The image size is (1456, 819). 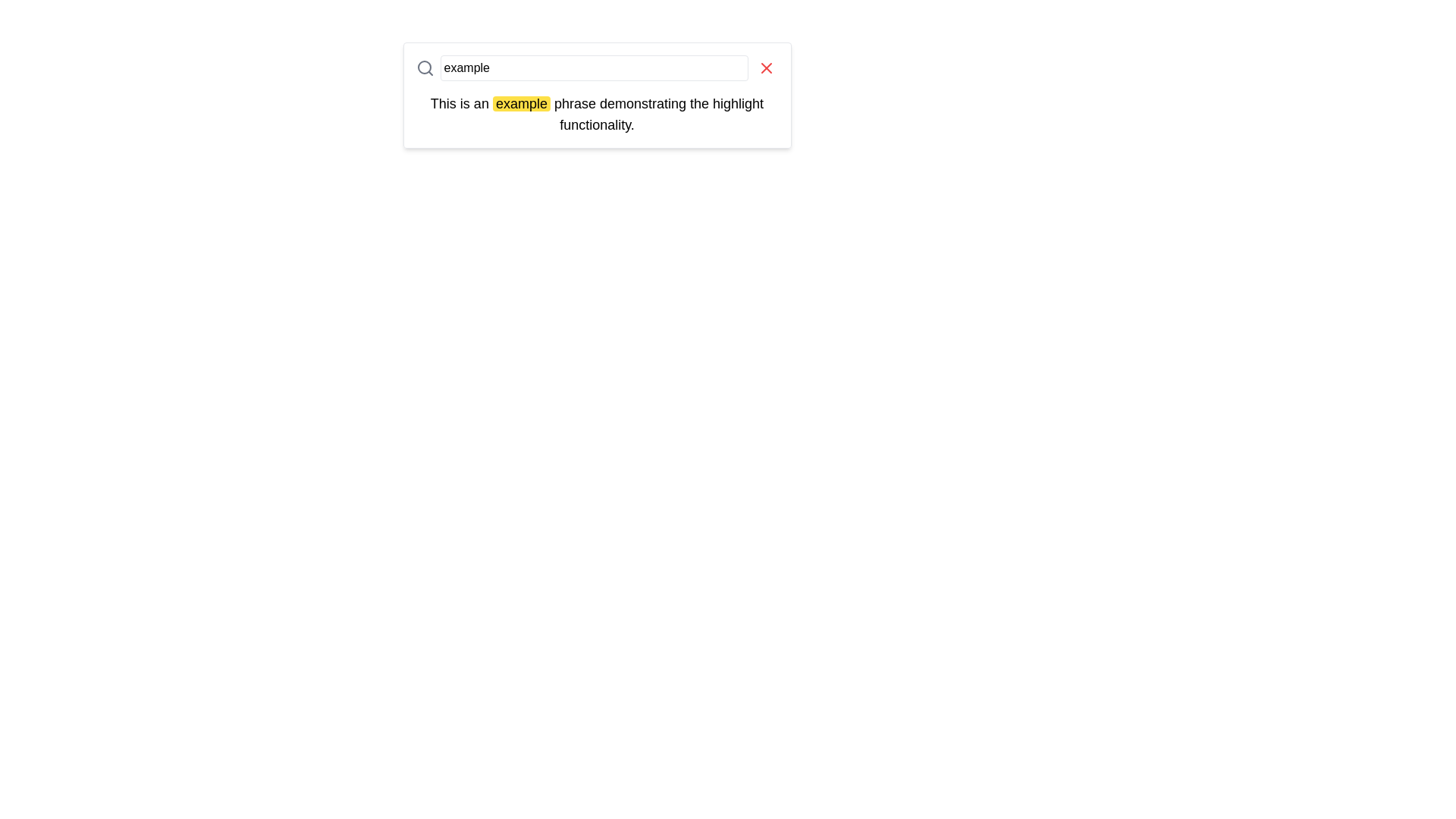 What do you see at coordinates (521, 103) in the screenshot?
I see `the highlighted text 'example' with a yellow background and black text` at bounding box center [521, 103].